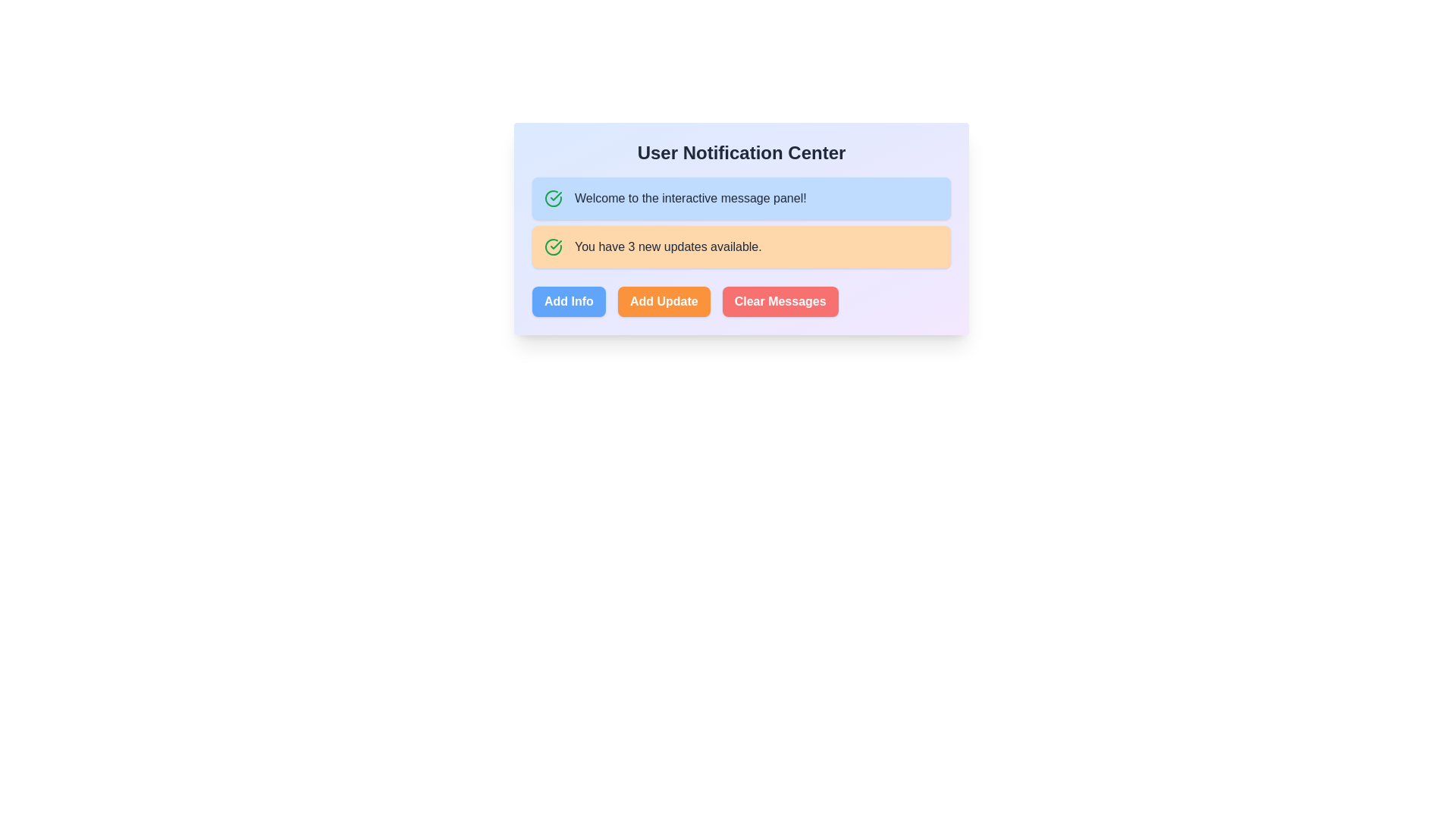 Image resolution: width=1456 pixels, height=819 pixels. Describe the element at coordinates (568, 301) in the screenshot. I see `the 'Add Info' button, which is a rectangular button with bold white text on a blue background, located at the bottom of the notification panel` at that location.